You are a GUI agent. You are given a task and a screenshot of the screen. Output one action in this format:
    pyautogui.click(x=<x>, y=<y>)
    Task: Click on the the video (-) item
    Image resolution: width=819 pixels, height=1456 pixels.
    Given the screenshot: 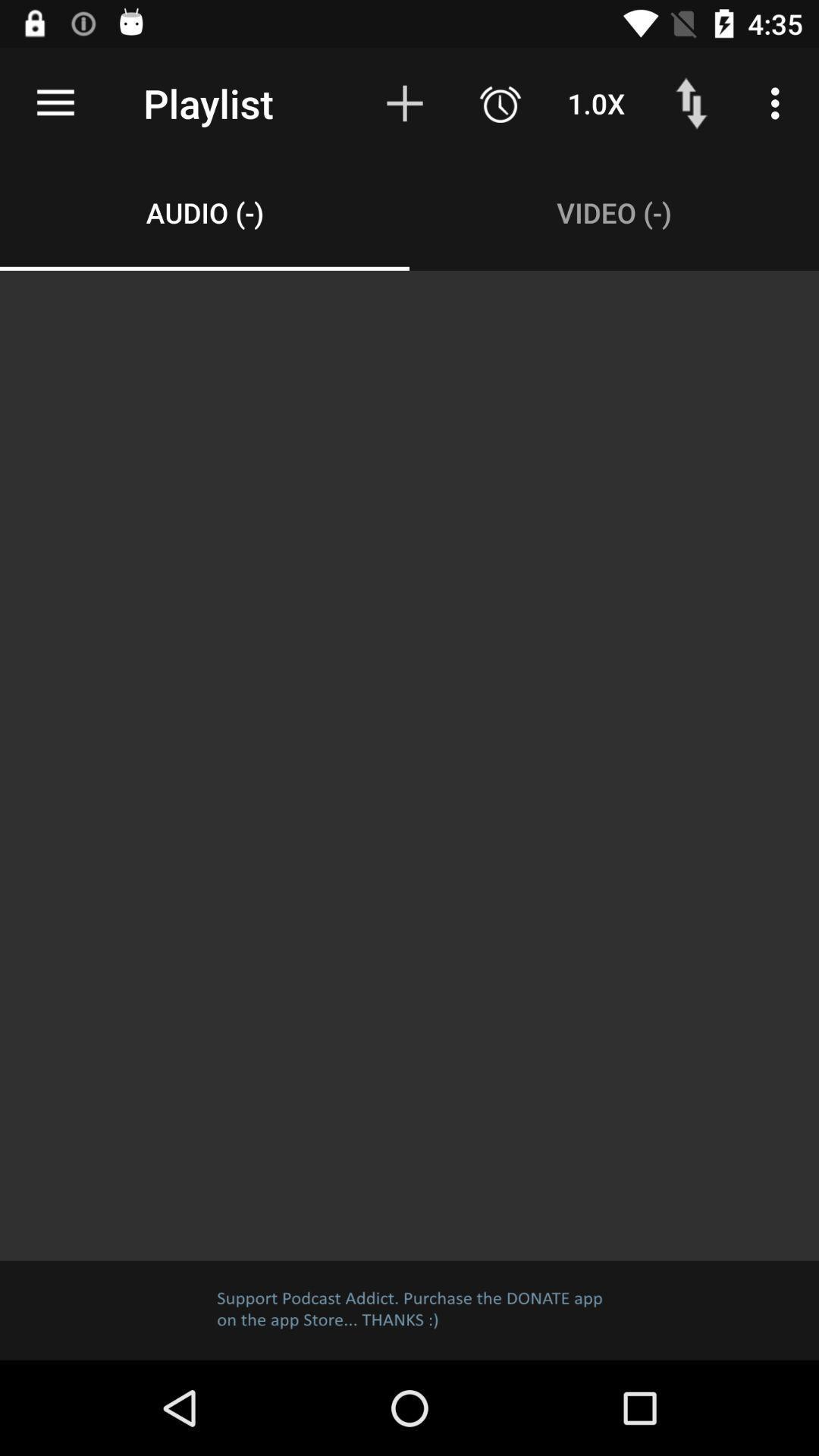 What is the action you would take?
    pyautogui.click(x=614, y=212)
    